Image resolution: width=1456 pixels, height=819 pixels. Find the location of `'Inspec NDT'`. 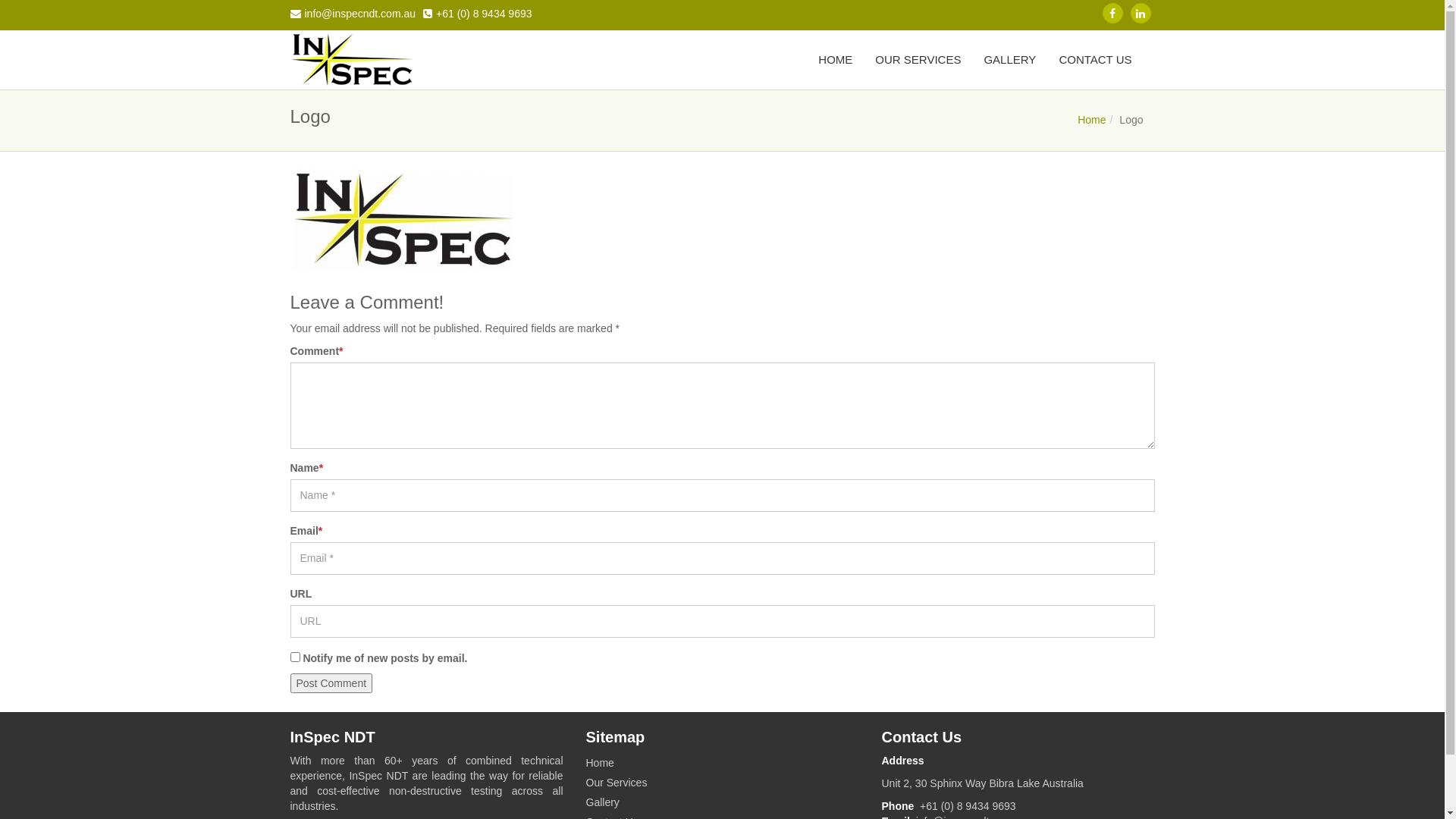

'Inspec NDT' is located at coordinates (351, 58).